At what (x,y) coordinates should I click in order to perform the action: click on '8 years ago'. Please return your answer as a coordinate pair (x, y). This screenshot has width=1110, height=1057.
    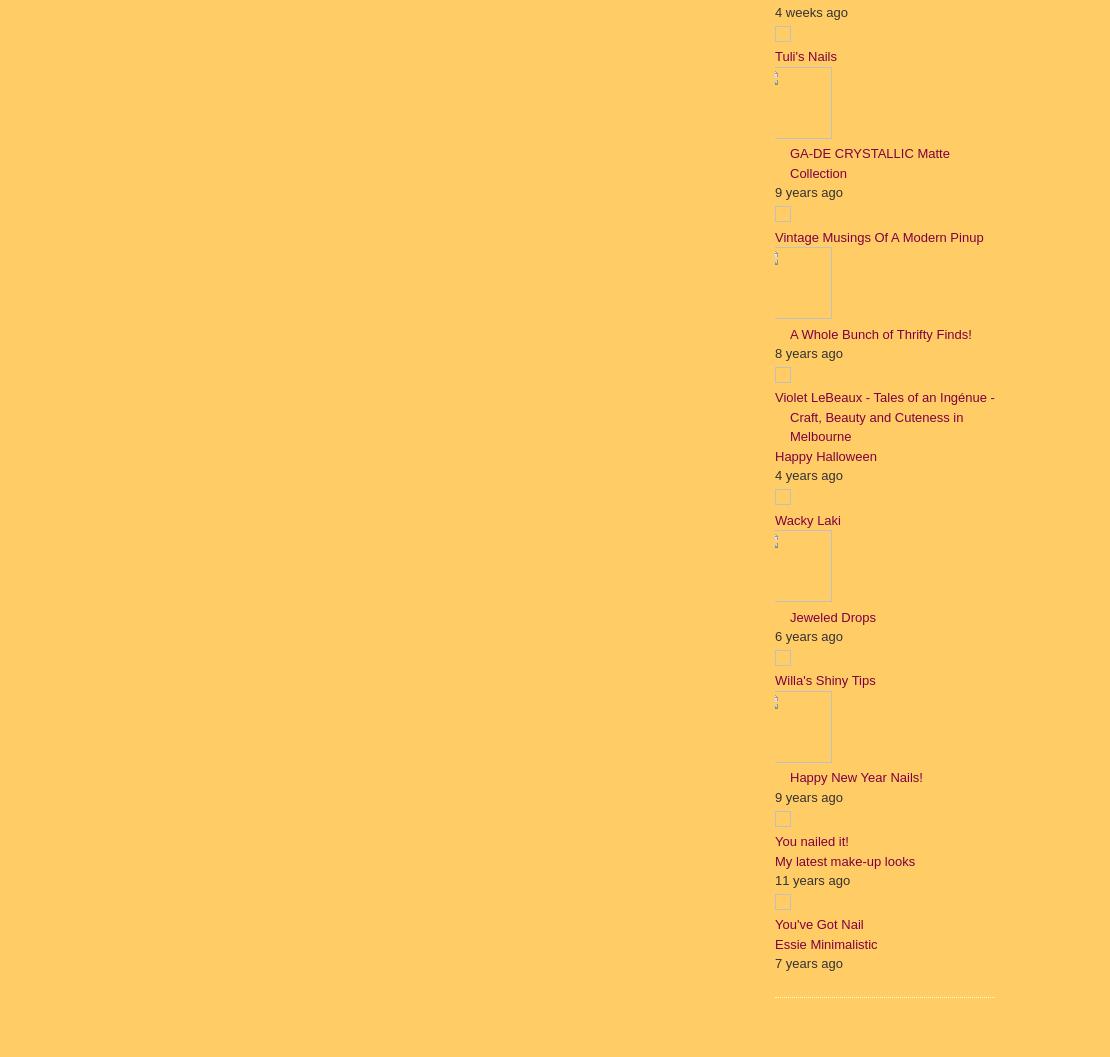
    Looking at the image, I should click on (808, 353).